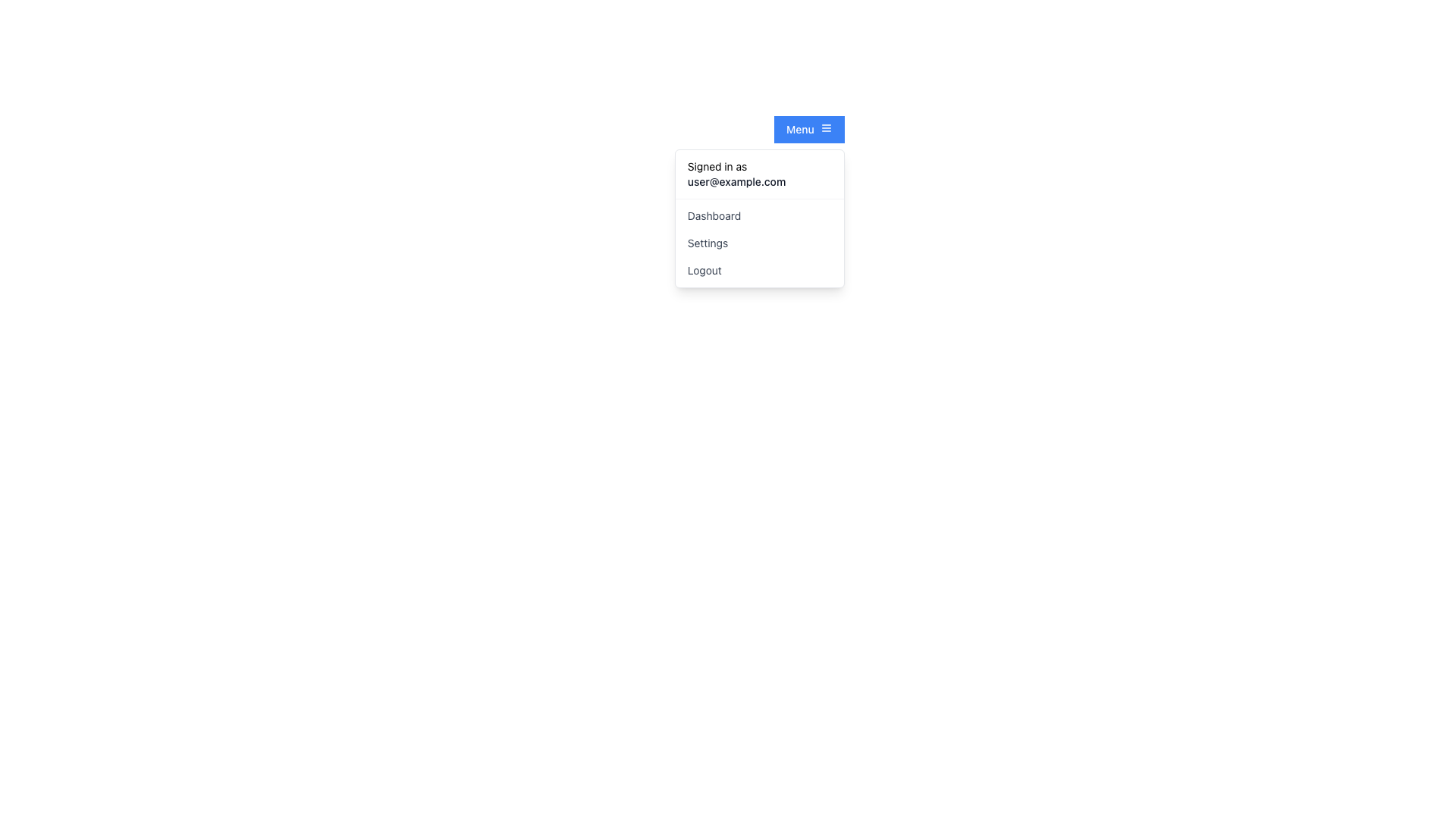 This screenshot has height=819, width=1456. Describe the element at coordinates (825, 127) in the screenshot. I see `the icon located in the top-right corner of the blue rectangular button labeled 'Menu'` at that location.